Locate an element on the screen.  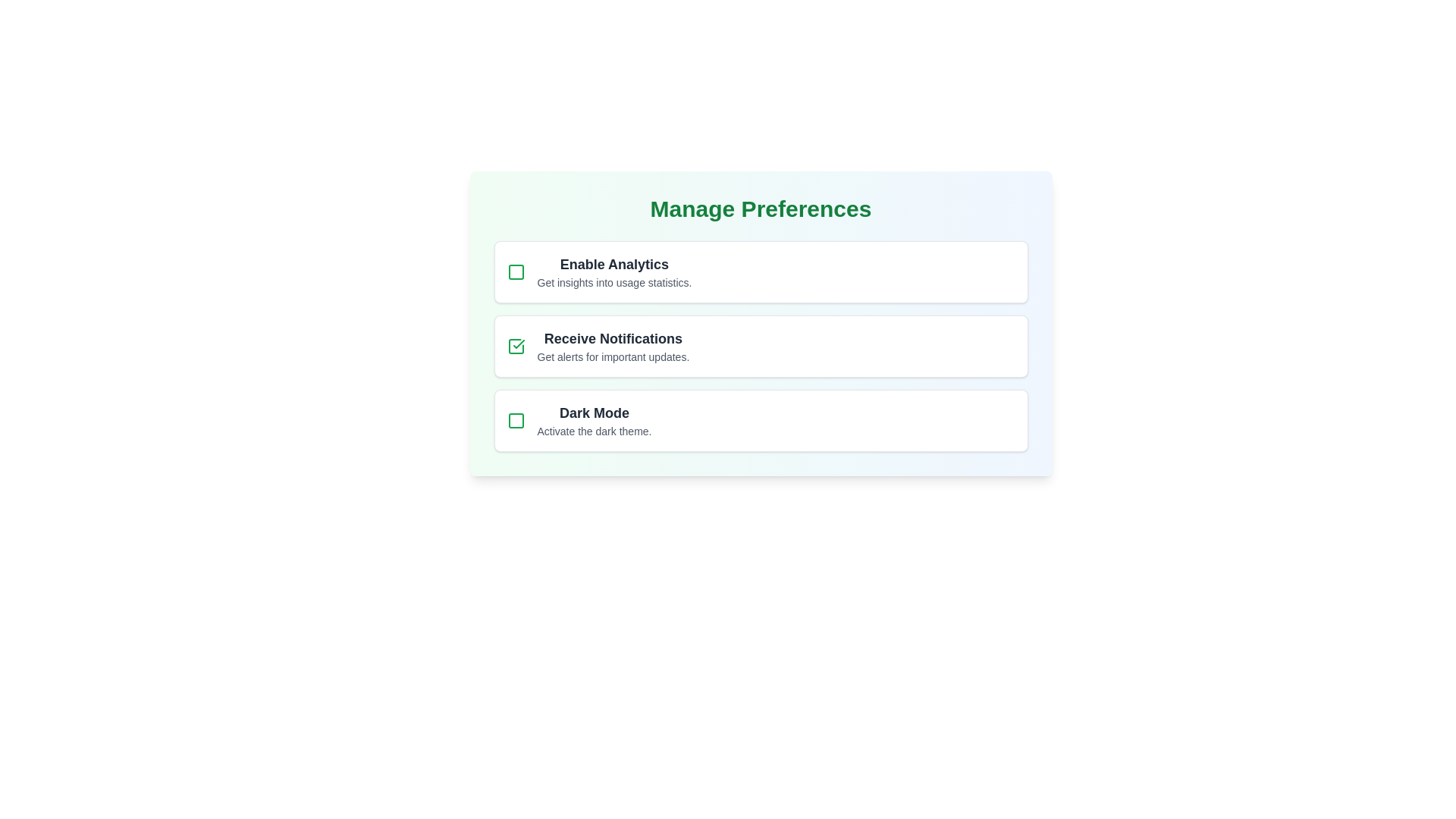
the informational text label located beneath the 'Enable Analytics' heading, which provides context about the feature is located at coordinates (614, 283).